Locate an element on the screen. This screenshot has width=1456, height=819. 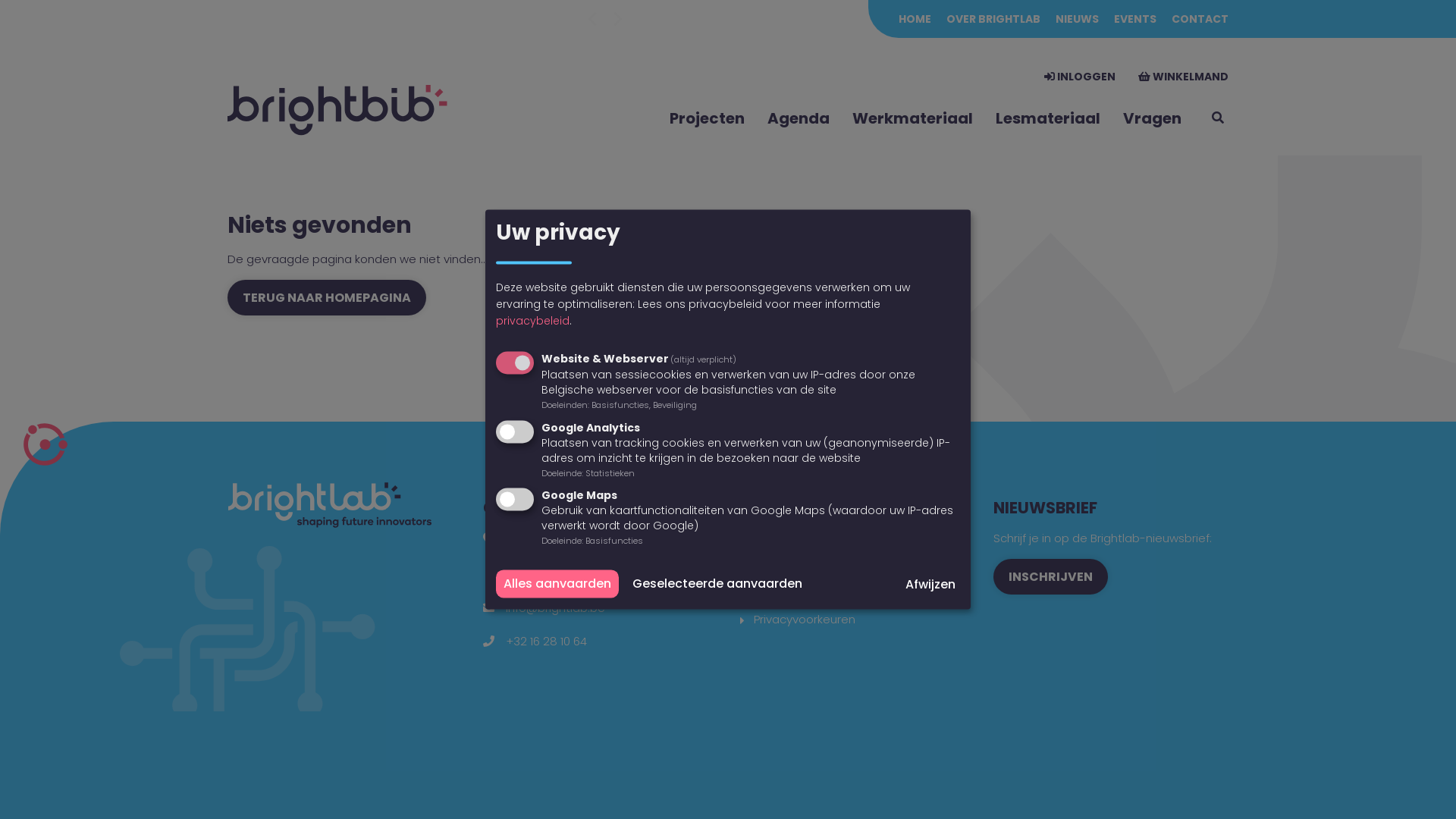
'Privacyvoorkeuren' is located at coordinates (803, 619).